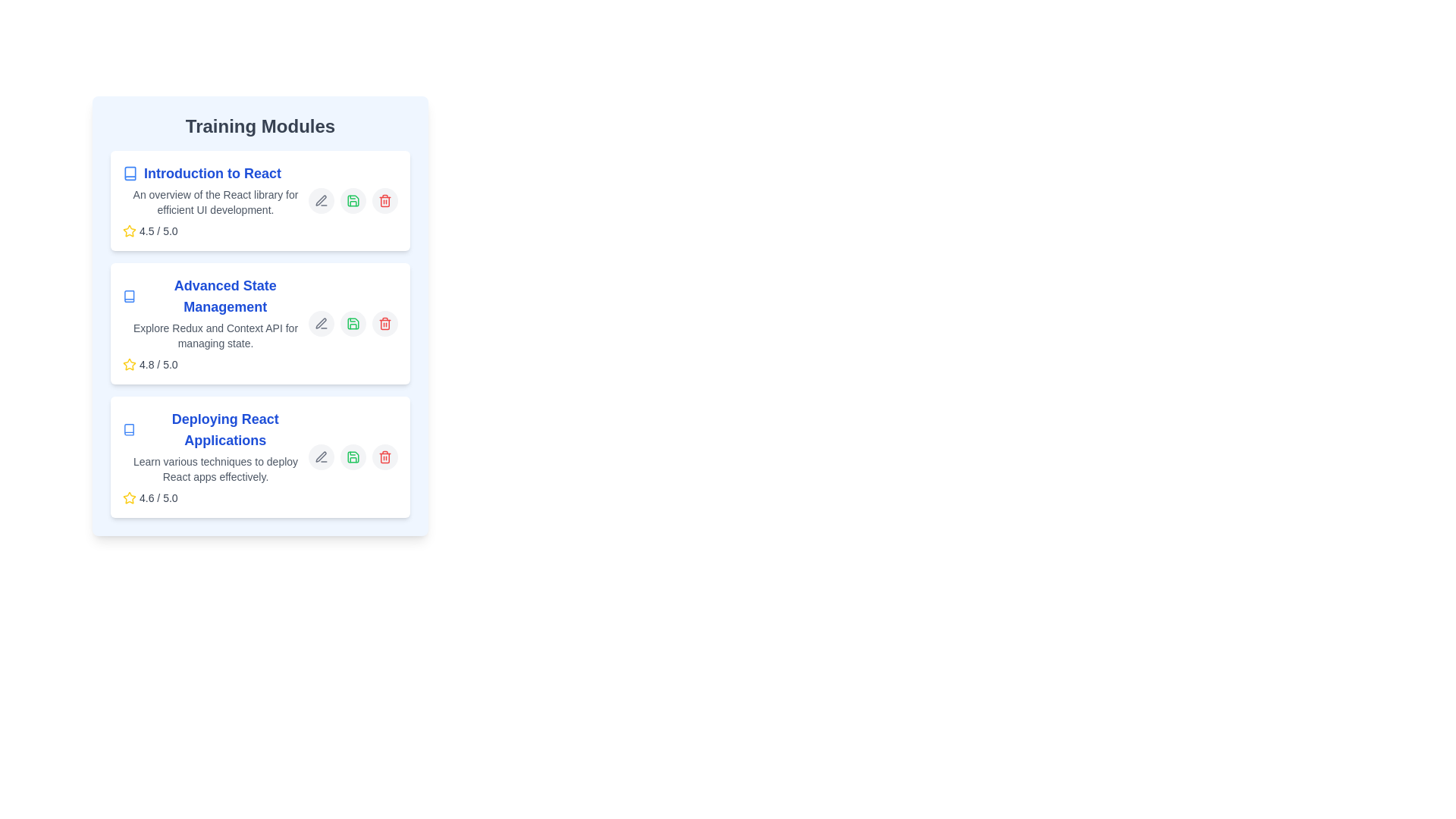  I want to click on the red trash icon button located on the right-most side of the 'Deploying React Applications' module card in the 'Training Modules' section, so click(385, 456).